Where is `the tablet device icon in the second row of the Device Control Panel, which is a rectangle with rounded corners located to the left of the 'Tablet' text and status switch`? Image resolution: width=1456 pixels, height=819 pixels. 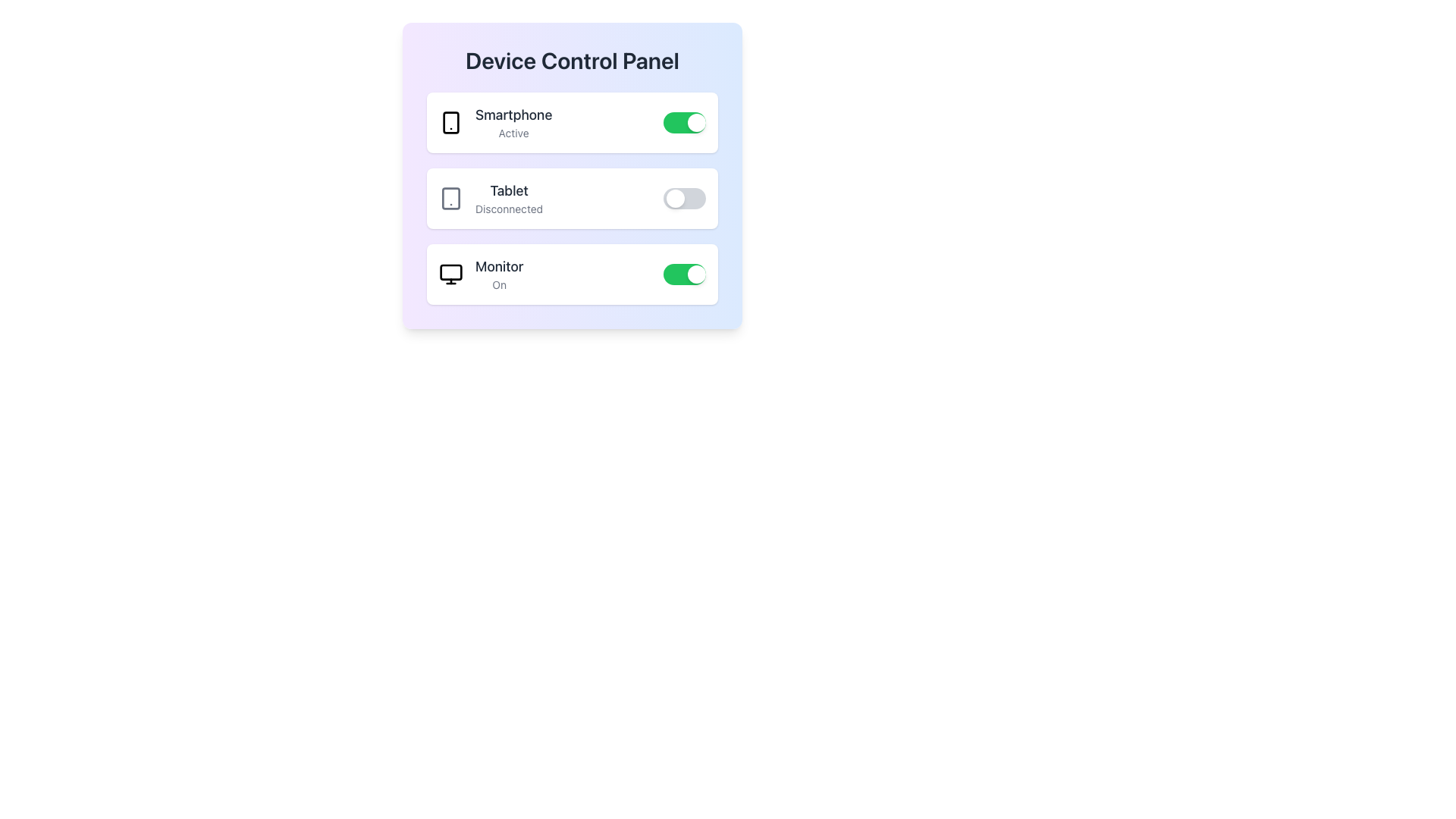
the tablet device icon in the second row of the Device Control Panel, which is a rectangle with rounded corners located to the left of the 'Tablet' text and status switch is located at coordinates (450, 198).